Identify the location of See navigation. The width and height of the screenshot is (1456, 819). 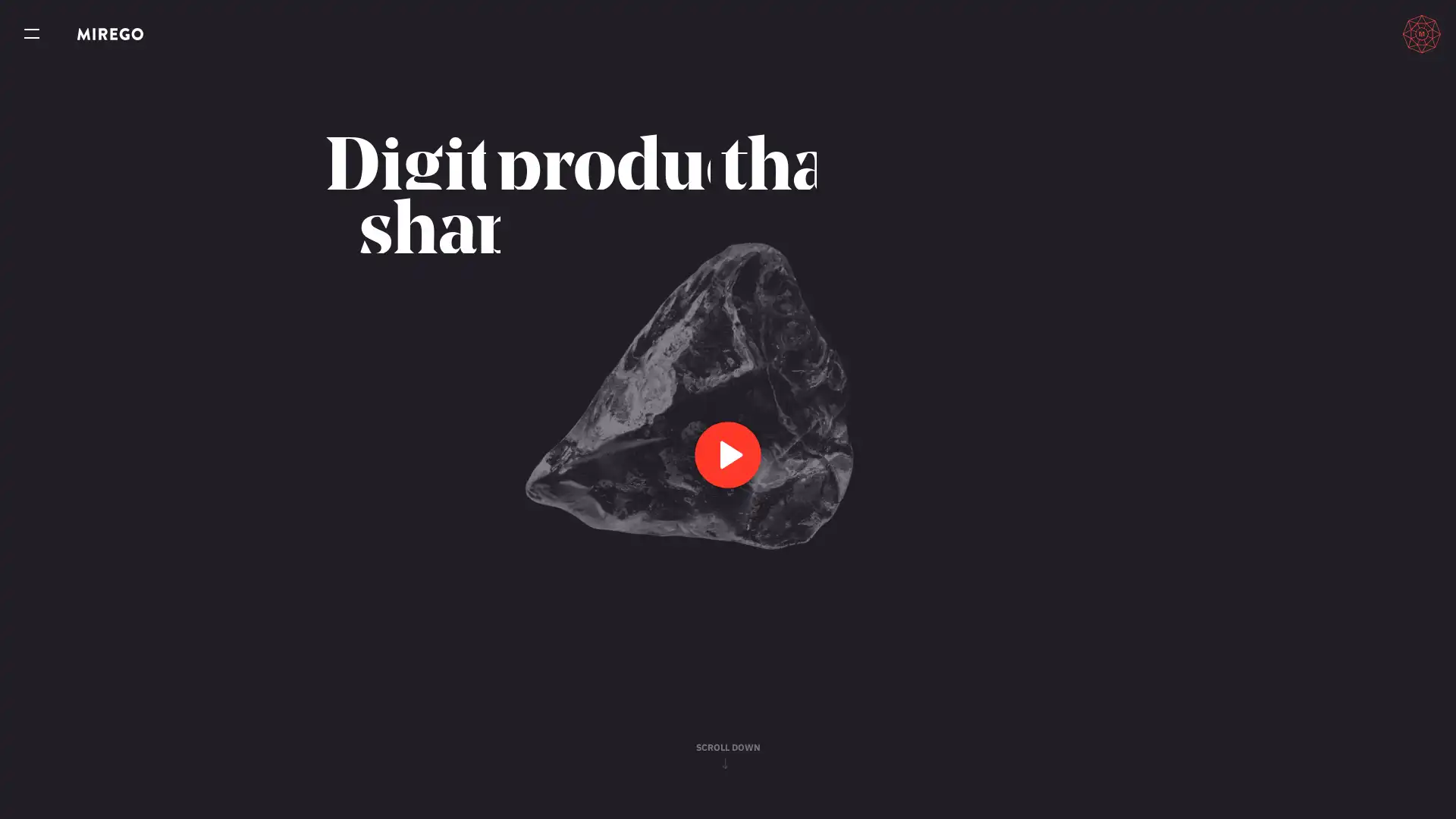
(32, 34).